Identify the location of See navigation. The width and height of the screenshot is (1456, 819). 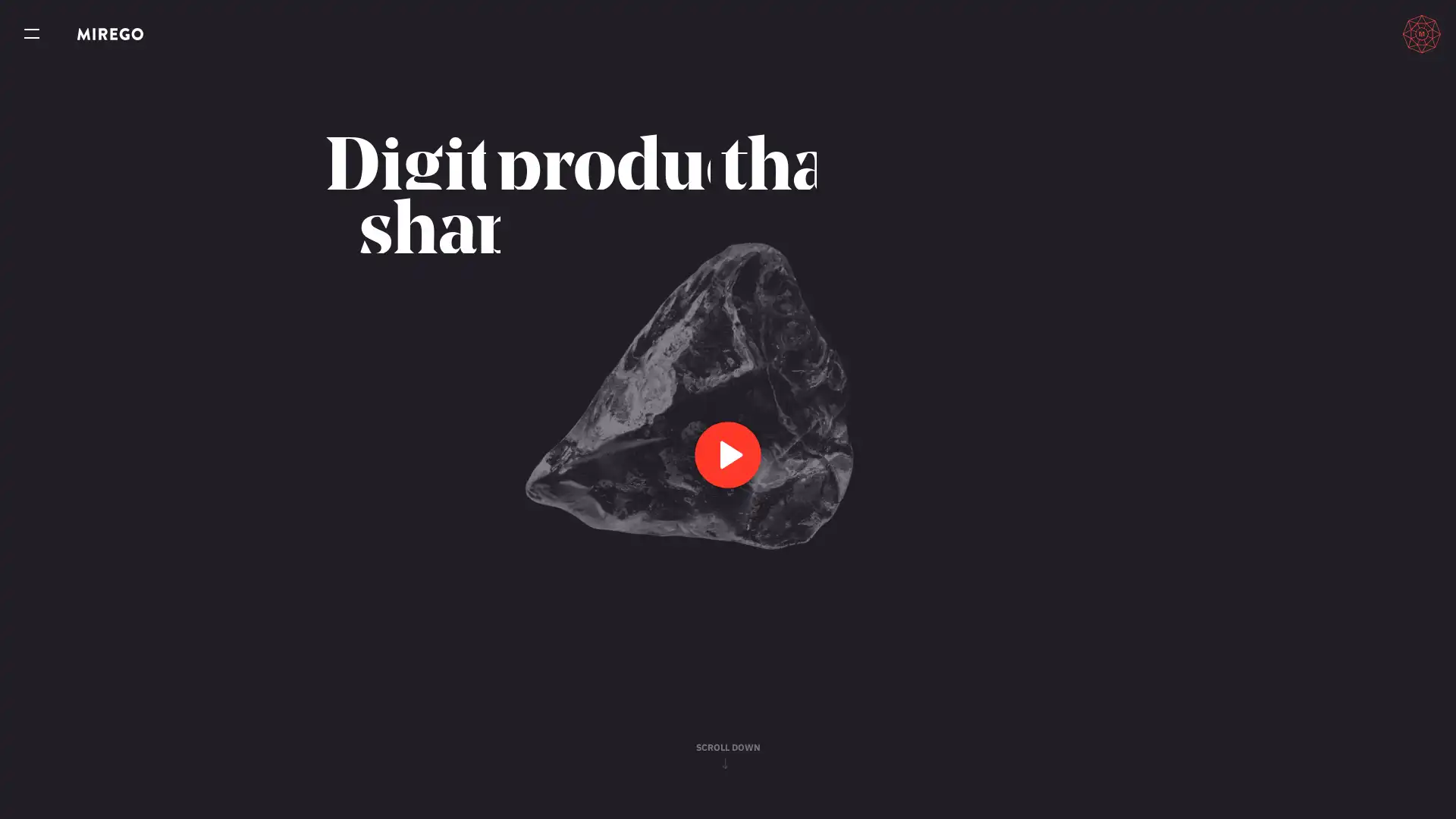
(32, 34).